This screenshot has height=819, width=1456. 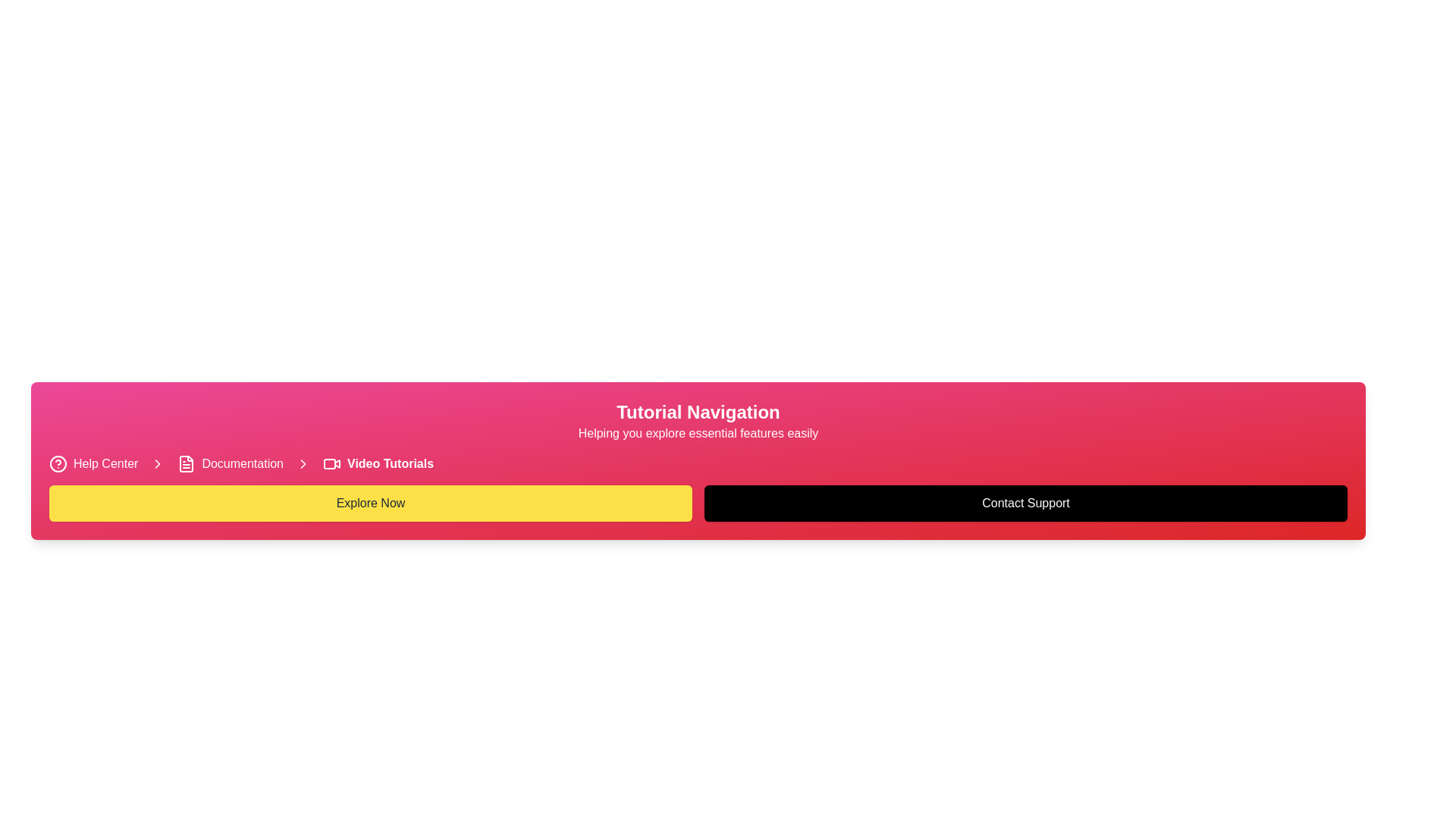 I want to click on the Hyperlink that serves as a navigation link to documentation, located between 'Help Center' and 'Video Tutorials', so click(x=230, y=463).